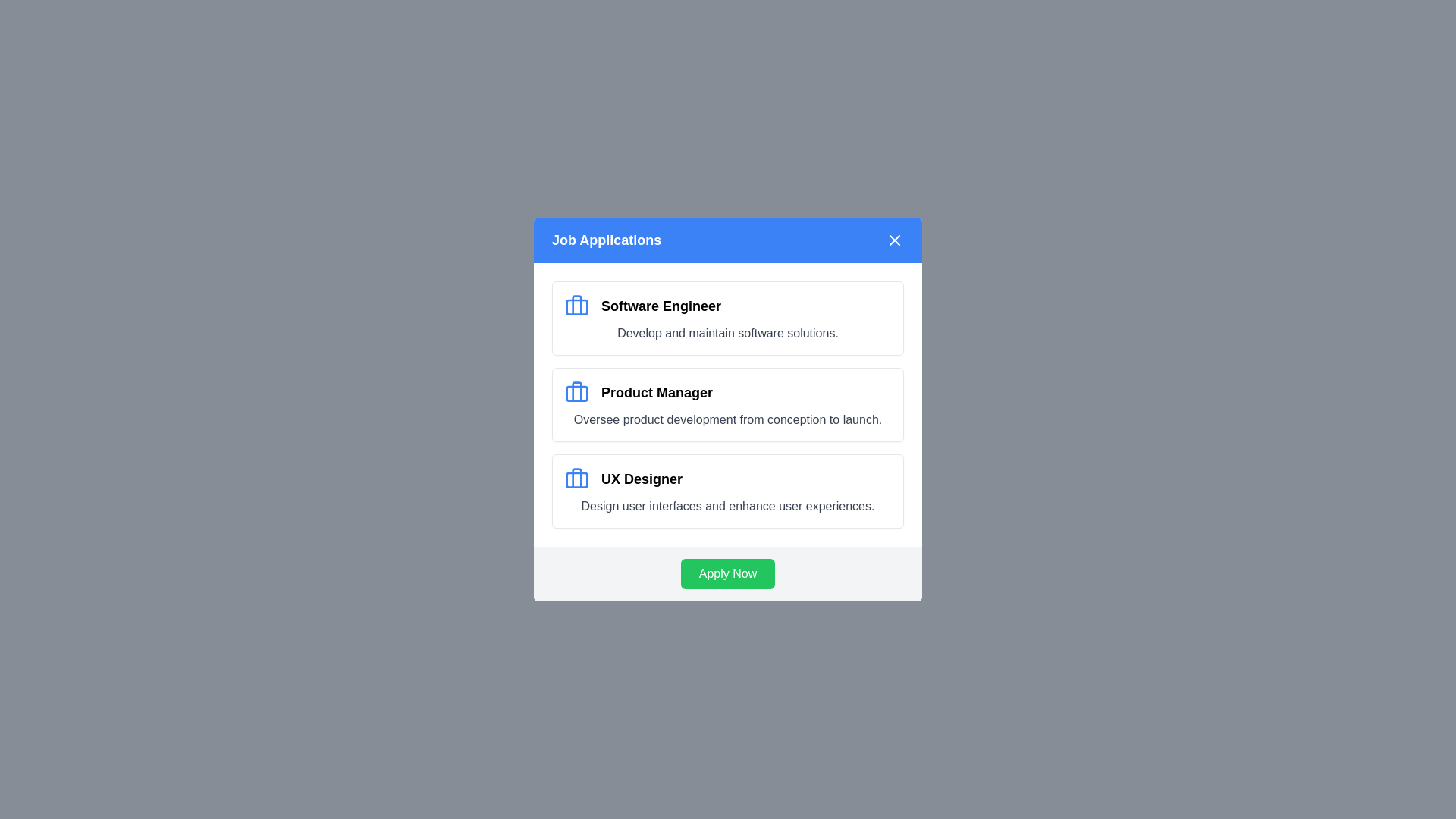 This screenshot has width=1456, height=819. Describe the element at coordinates (728, 491) in the screenshot. I see `the third job position card in the 'Job Applications' dialog box` at that location.